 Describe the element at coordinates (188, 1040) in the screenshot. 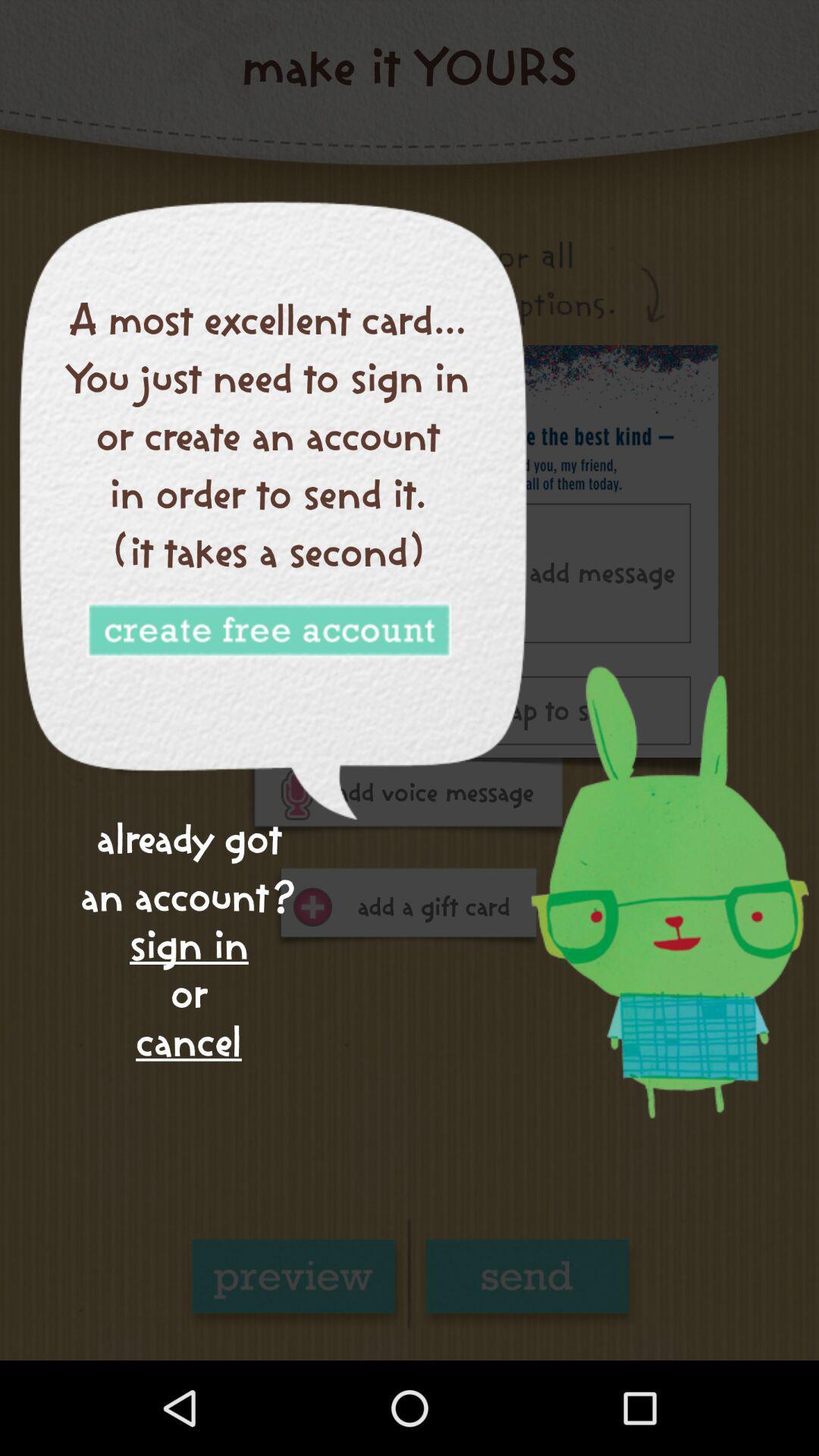

I see `the cancel item` at that location.